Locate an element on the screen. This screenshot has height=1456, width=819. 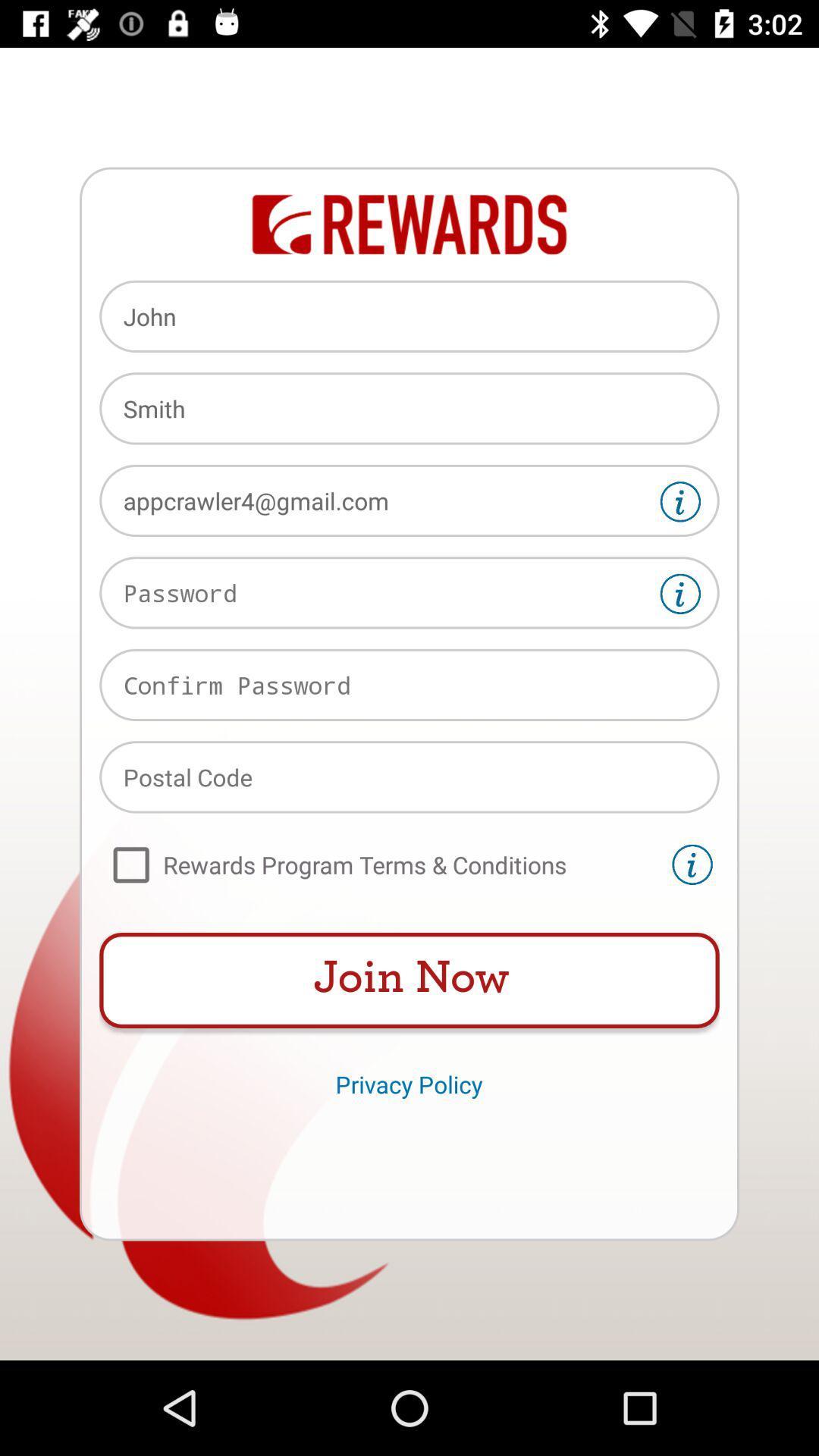
the appcrawler4@gmail.com icon is located at coordinates (409, 500).